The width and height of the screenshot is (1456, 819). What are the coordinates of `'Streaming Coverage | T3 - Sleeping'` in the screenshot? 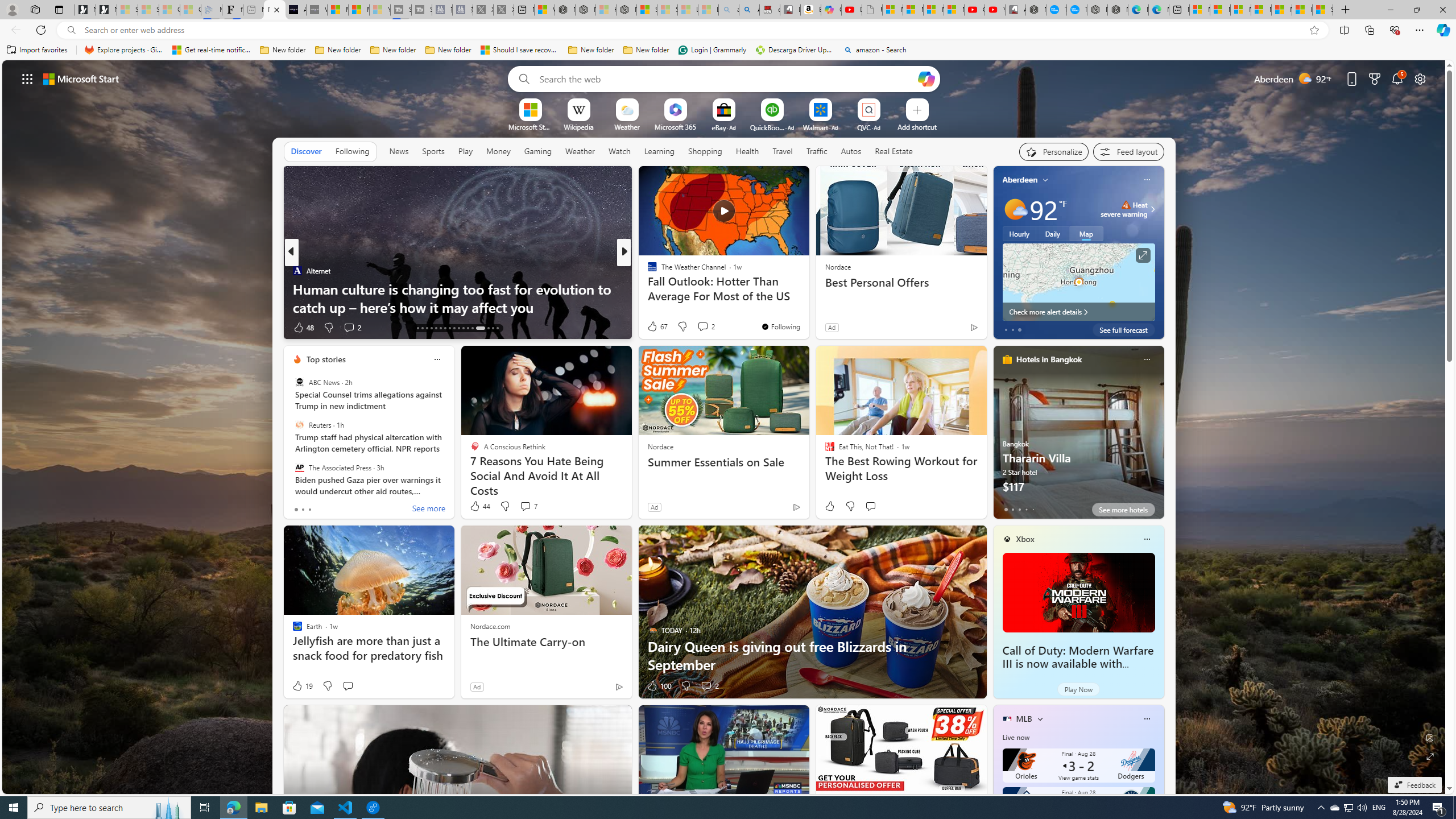 It's located at (401, 9).